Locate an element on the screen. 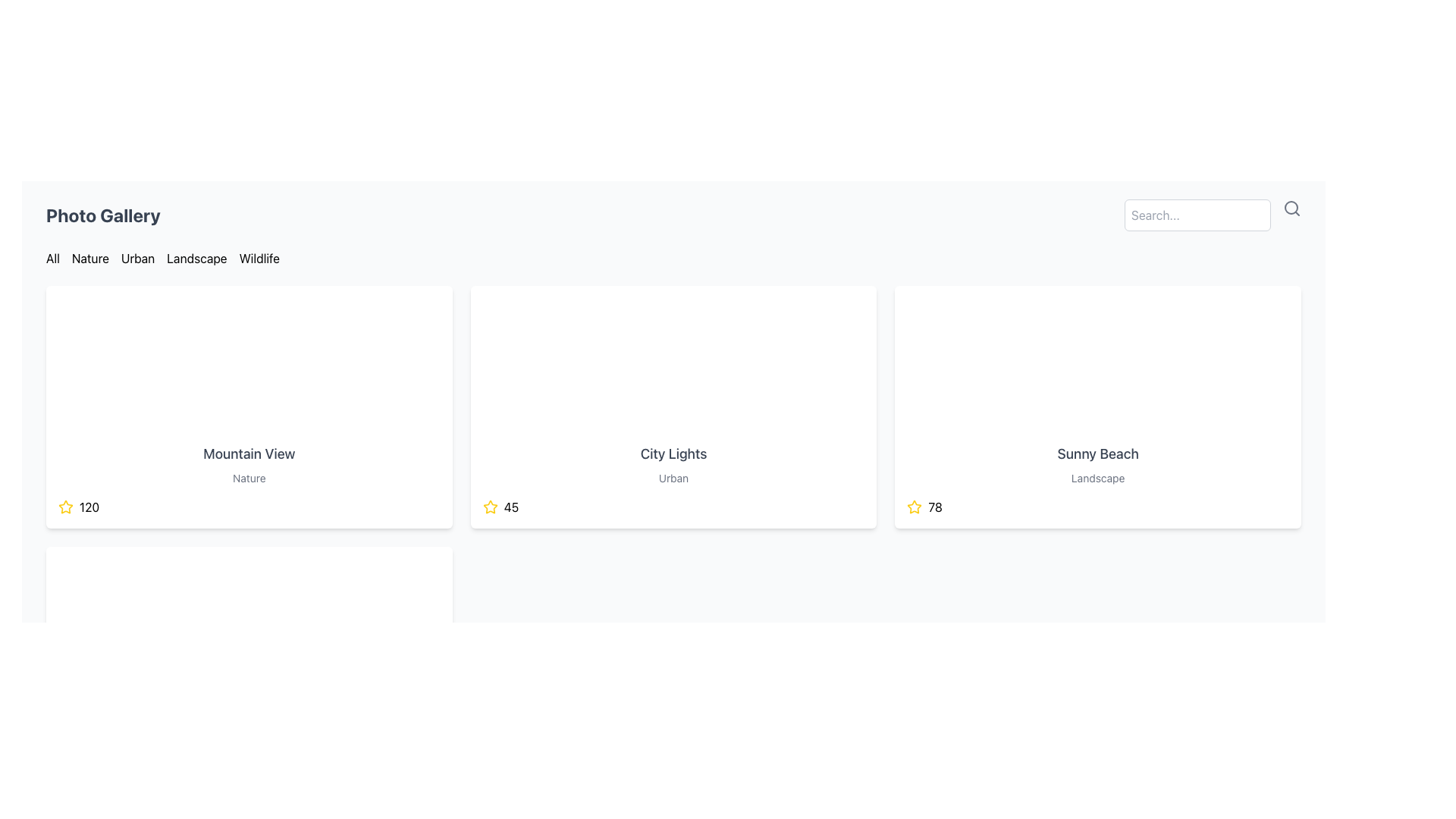 The height and width of the screenshot is (819, 1456). the first card component is located at coordinates (249, 406).